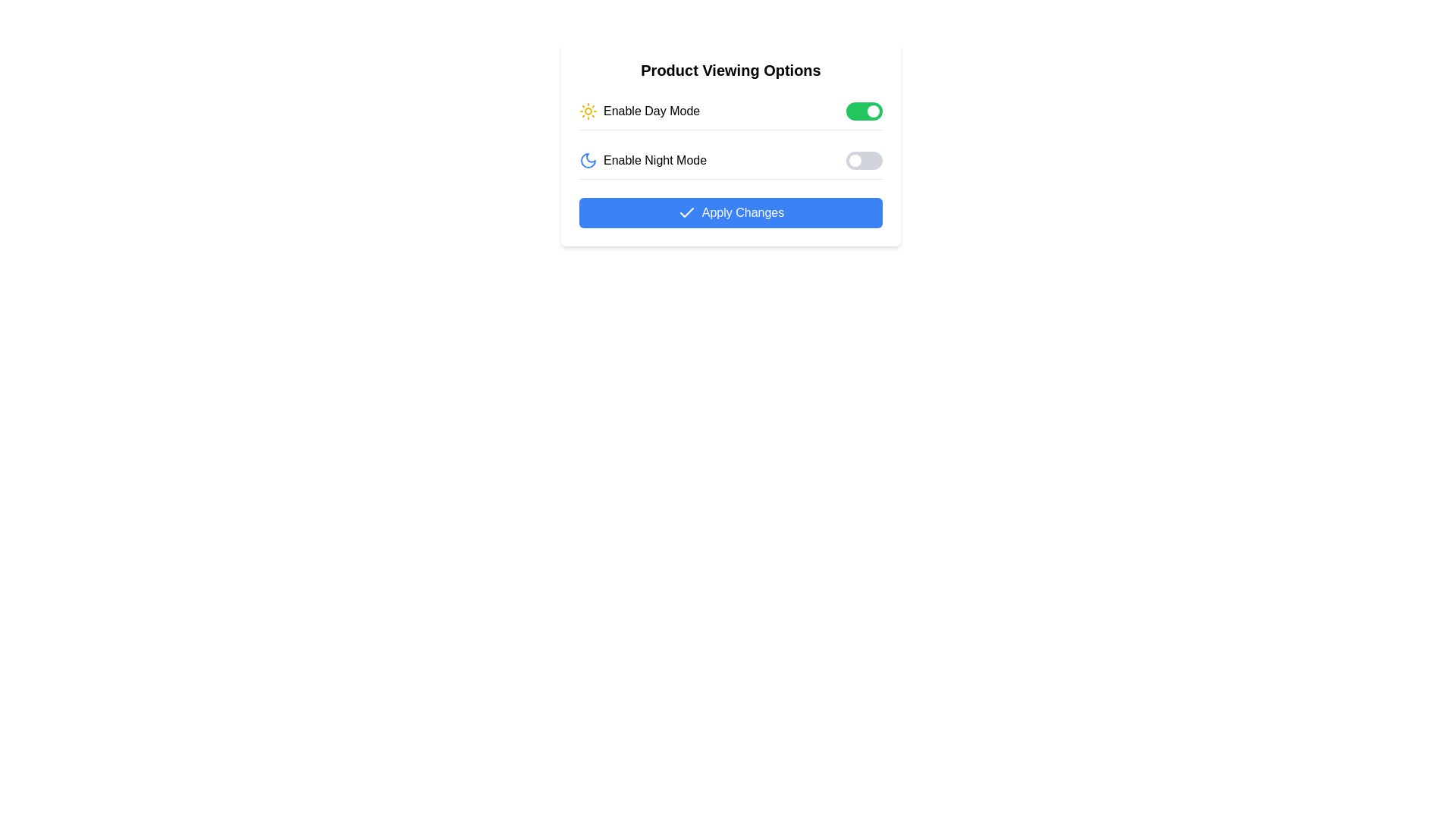 The width and height of the screenshot is (1456, 819). I want to click on the toggle switch located at the far-right end of the line containing 'Enable Night Mode', so click(864, 161).